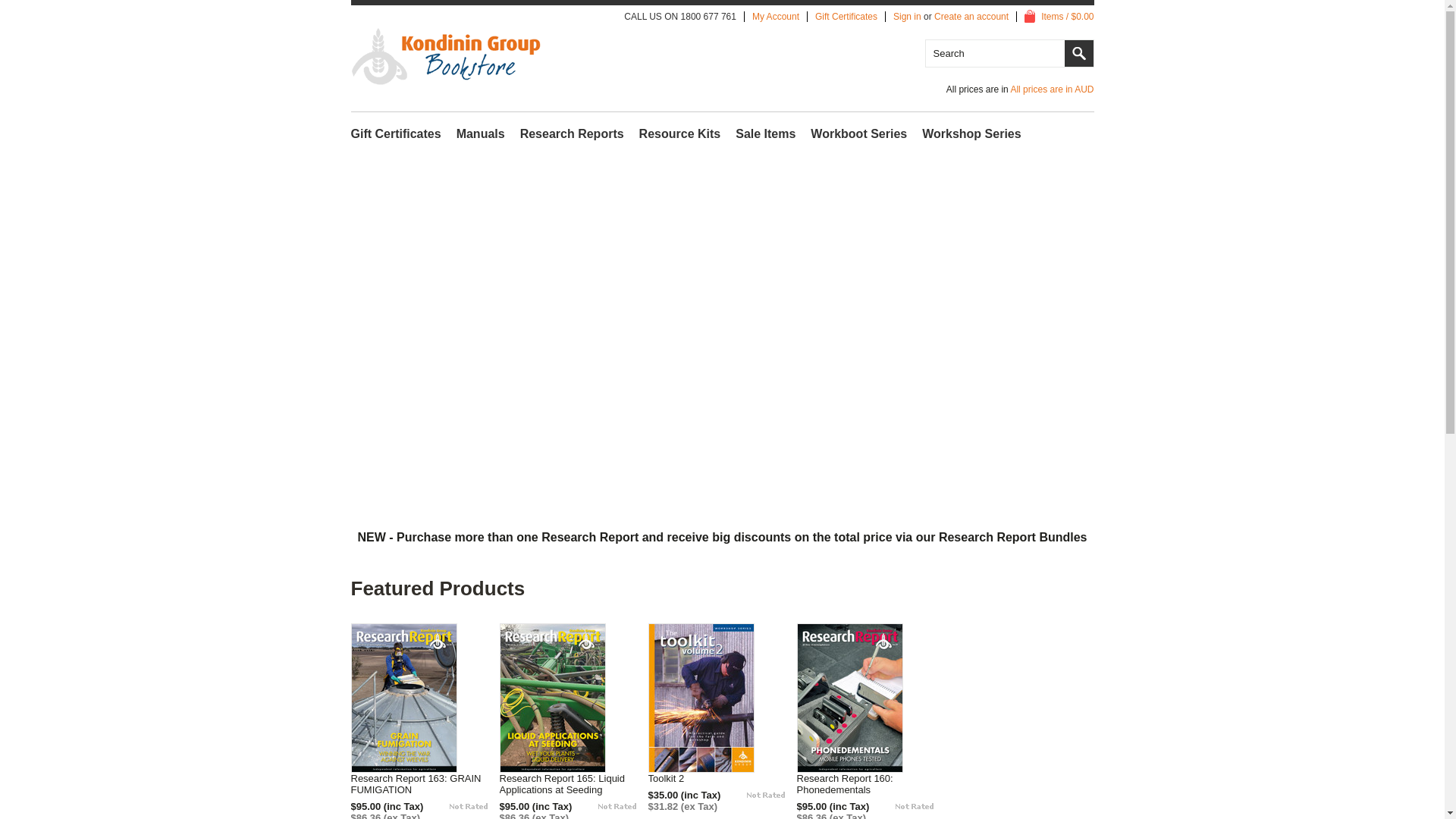 This screenshot has width=1456, height=819. Describe the element at coordinates (846, 17) in the screenshot. I see `'Gift Certificates'` at that location.